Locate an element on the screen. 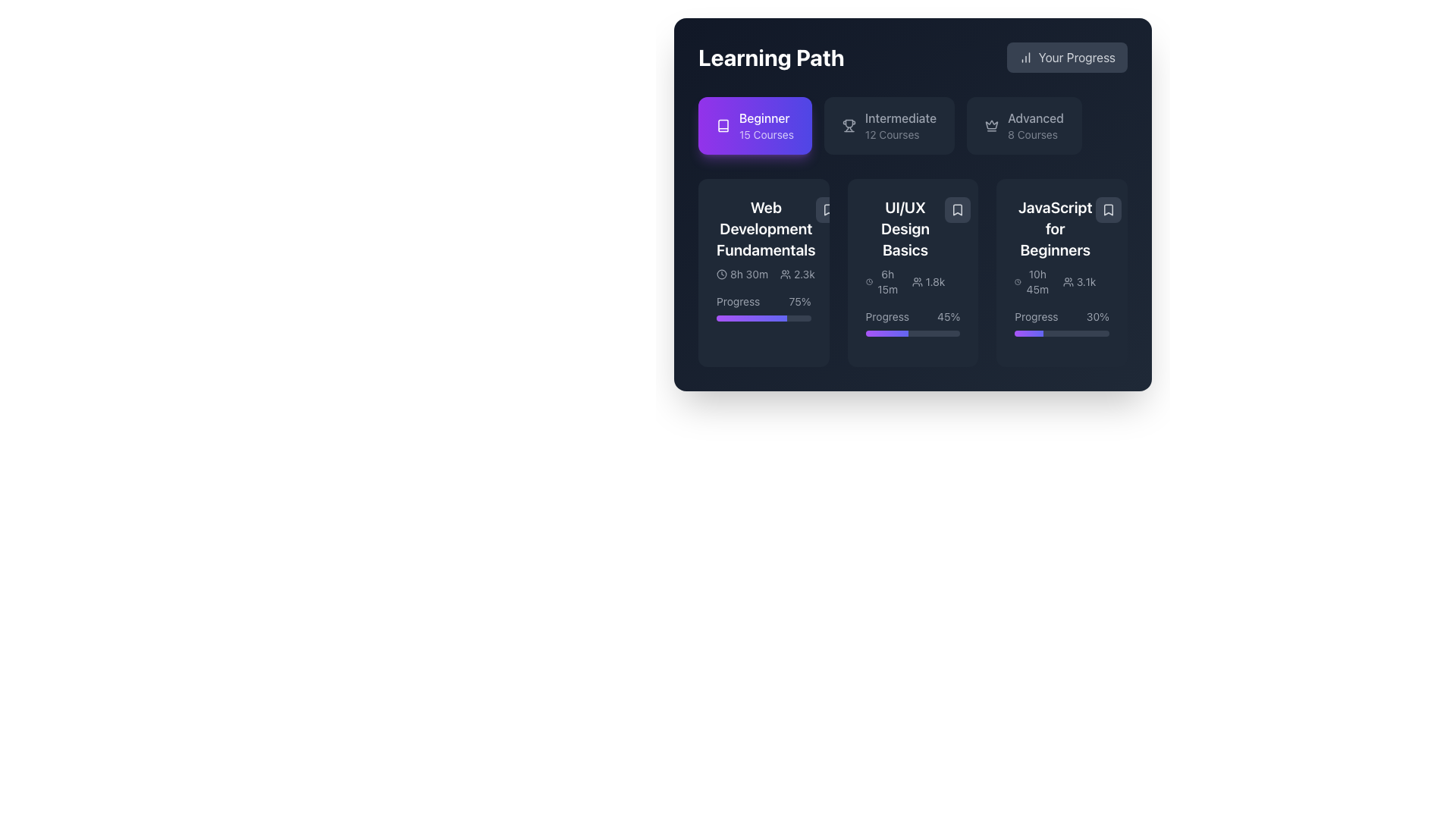 This screenshot has width=1456, height=819. progress information from the progress bar labeled 'Progress' with '30%' indicating the completion percentage in the 'JavaScript for Beginners' card is located at coordinates (1061, 322).